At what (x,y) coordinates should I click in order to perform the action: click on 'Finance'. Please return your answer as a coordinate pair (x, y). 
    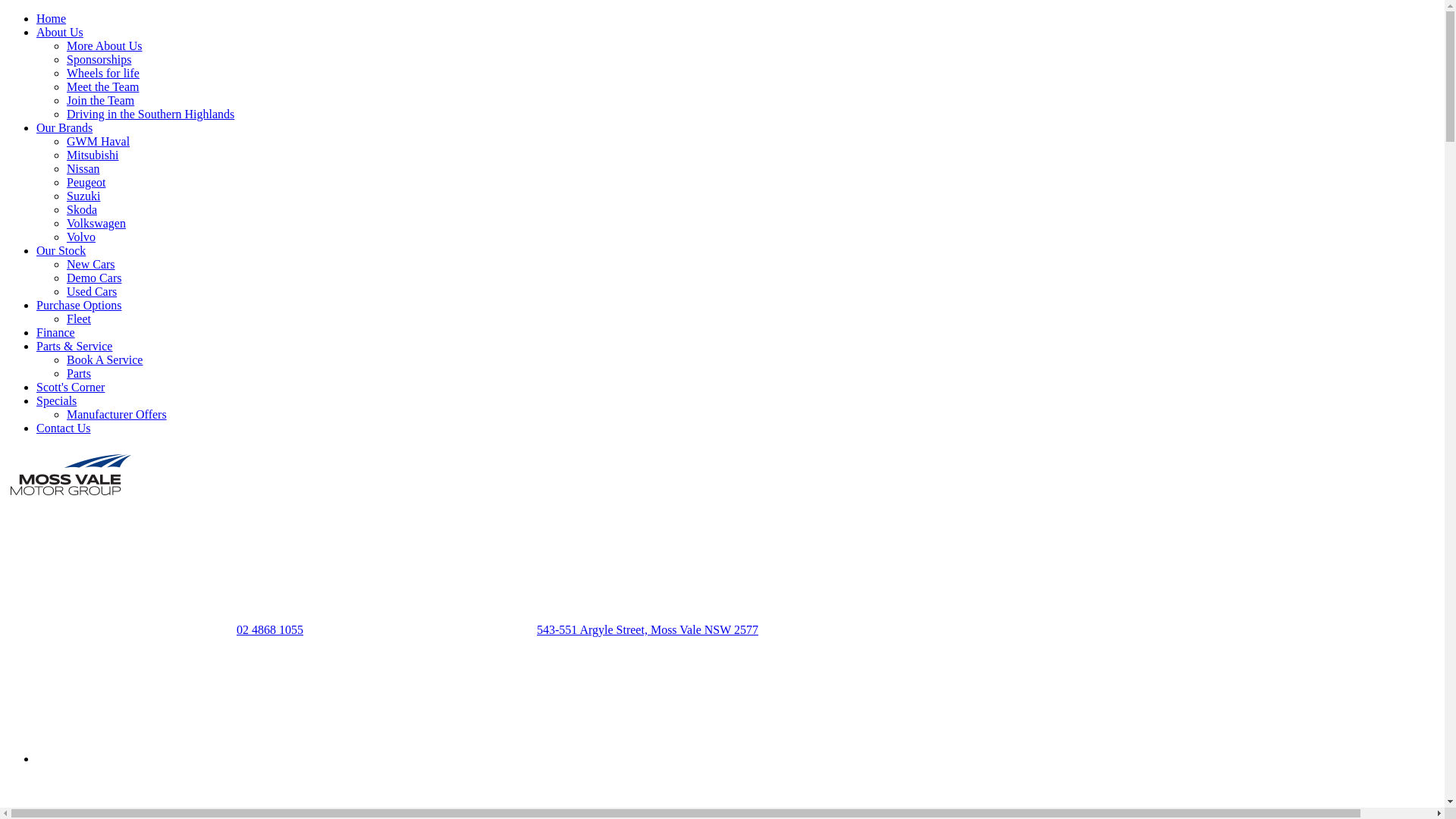
    Looking at the image, I should click on (55, 331).